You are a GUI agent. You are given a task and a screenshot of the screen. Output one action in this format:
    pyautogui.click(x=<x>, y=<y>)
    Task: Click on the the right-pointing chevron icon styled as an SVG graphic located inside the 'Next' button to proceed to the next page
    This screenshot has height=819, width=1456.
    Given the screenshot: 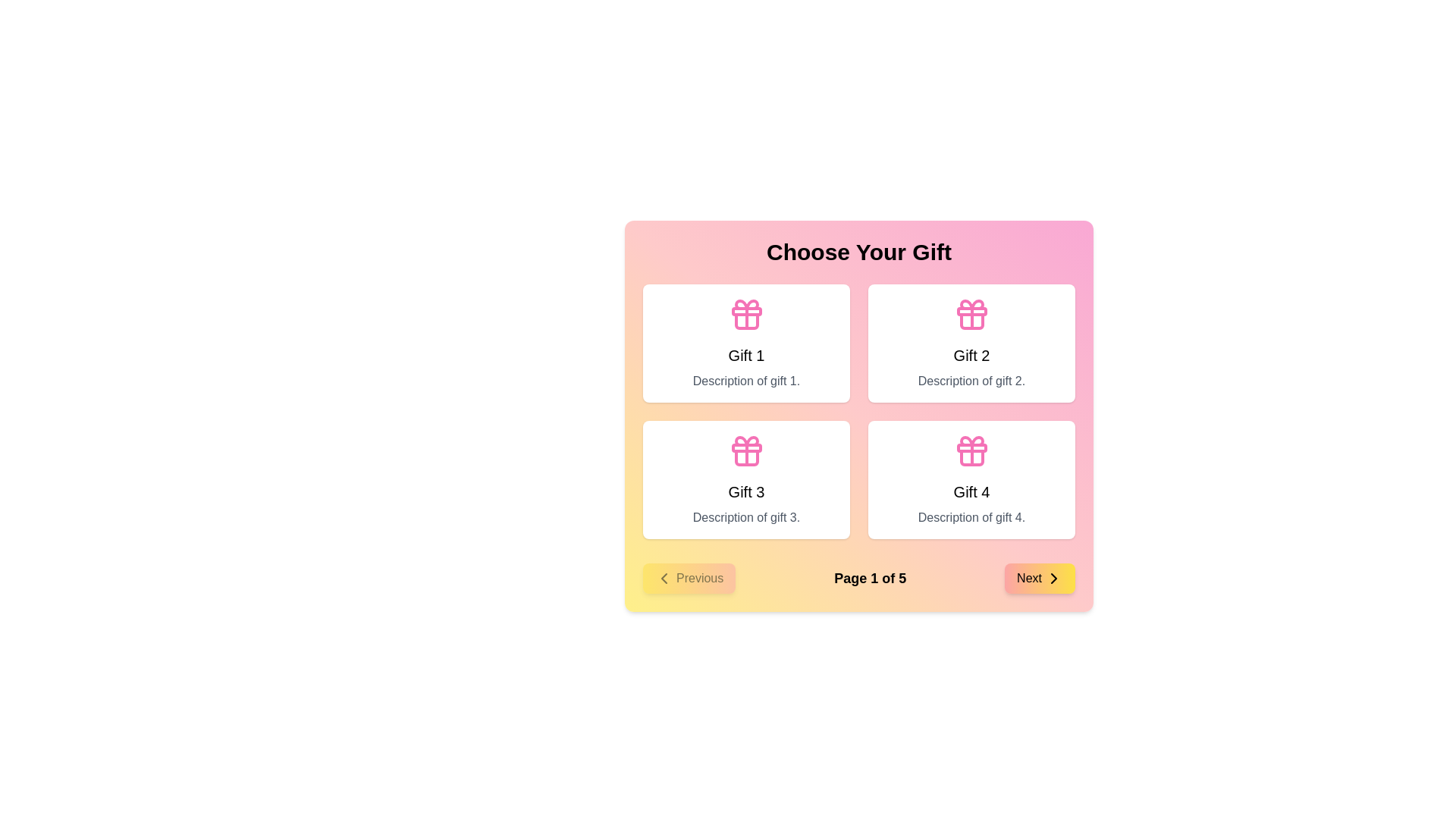 What is the action you would take?
    pyautogui.click(x=1053, y=579)
    